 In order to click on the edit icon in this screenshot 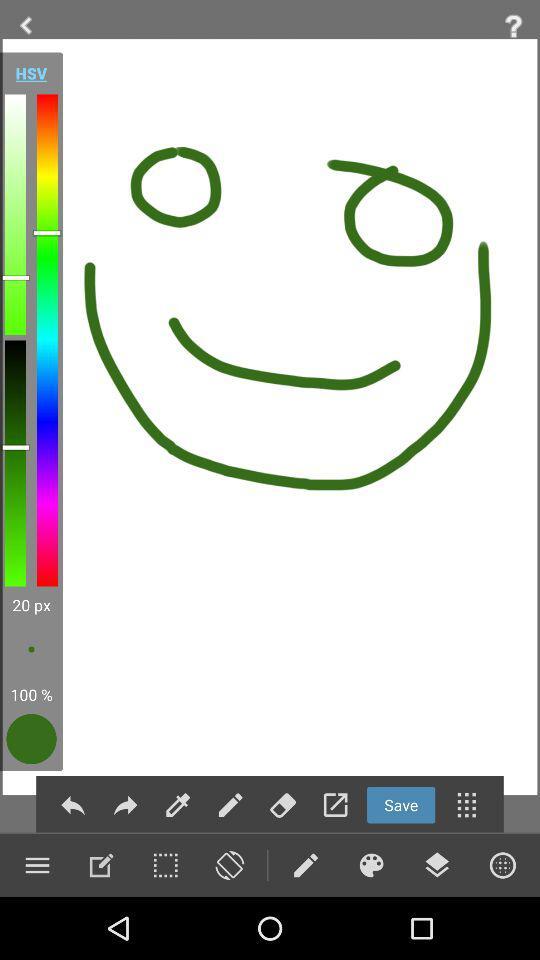, I will do `click(100, 864)`.